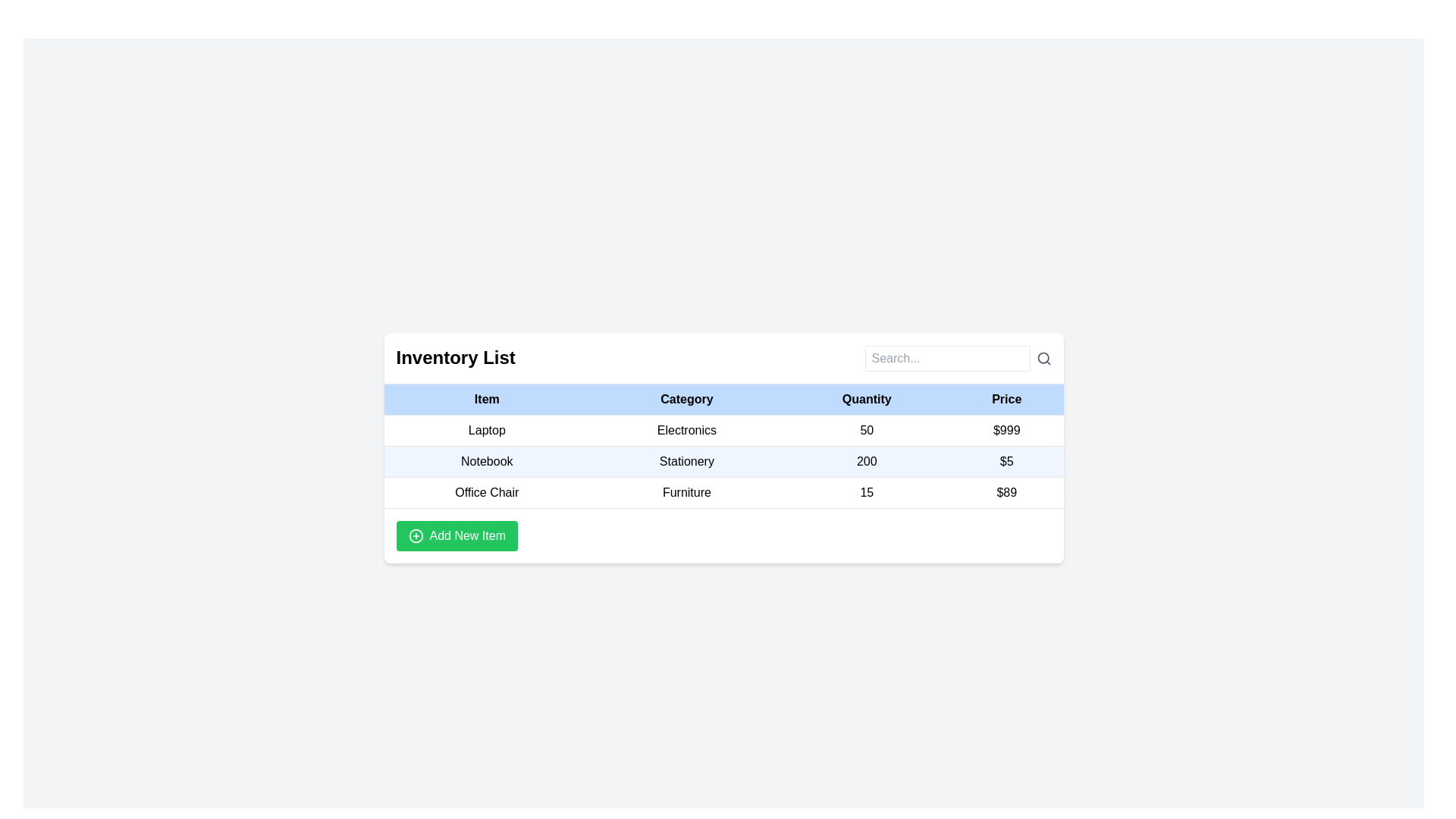 The height and width of the screenshot is (819, 1456). I want to click on the table cell displaying the quantity '200' in the 'Quantity' column for the item 'Notebook', so click(867, 460).